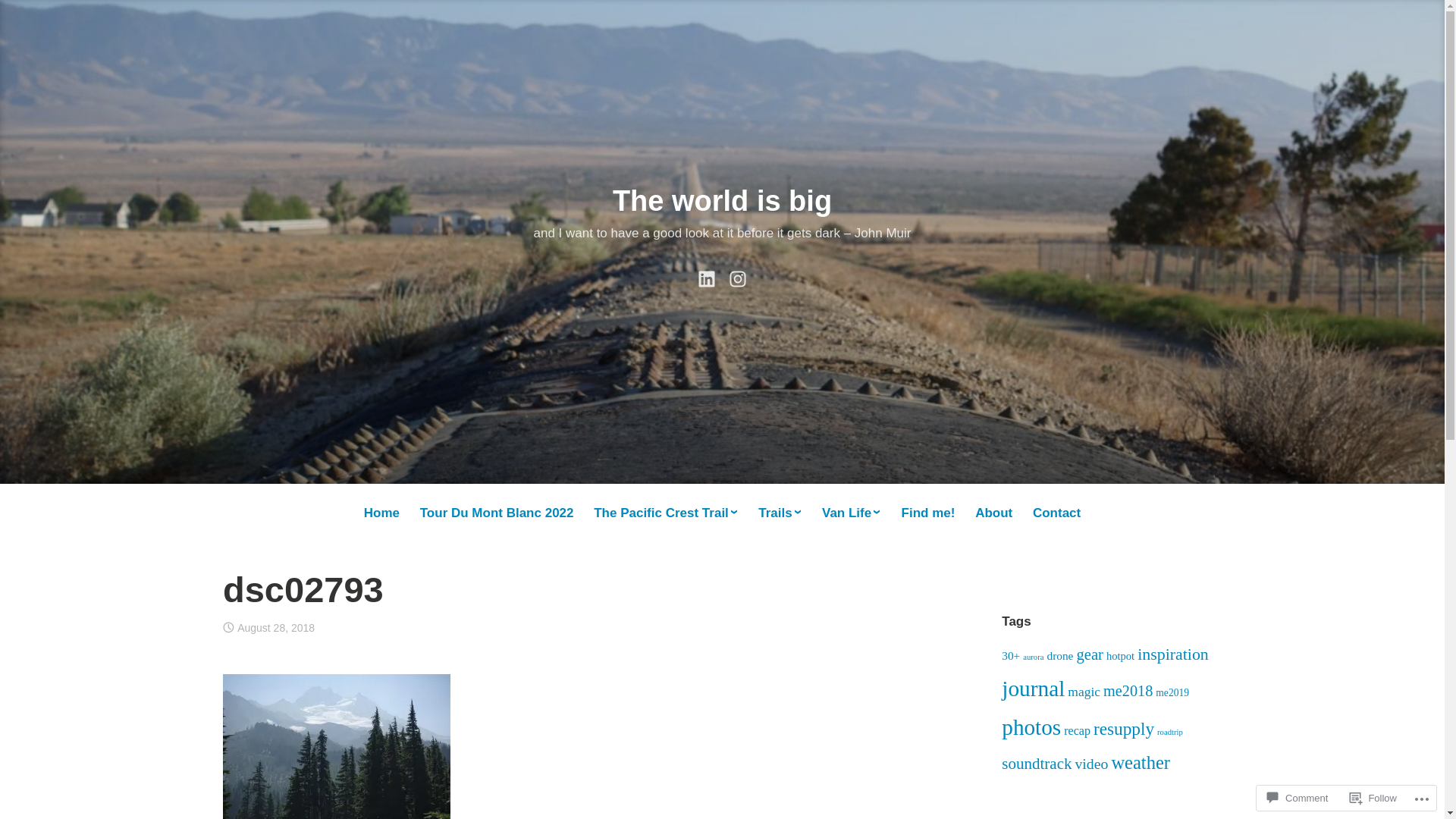 The height and width of the screenshot is (819, 1456). I want to click on 'The Pacific Crest Trail', so click(666, 513).